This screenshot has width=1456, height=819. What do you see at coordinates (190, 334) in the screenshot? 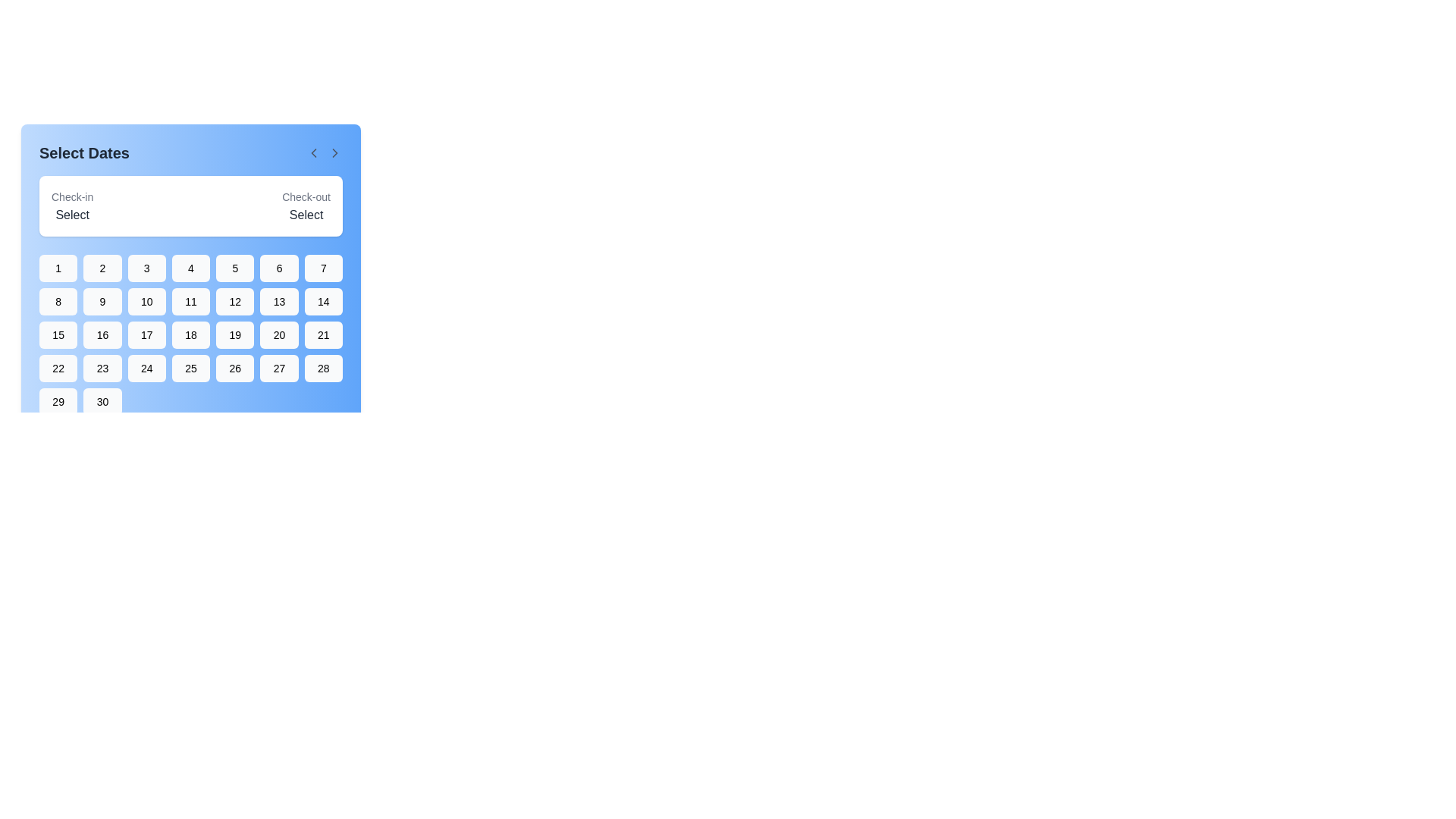
I see `the selectable date button located at the center of the third row and fourth column in the calendar interface` at bounding box center [190, 334].